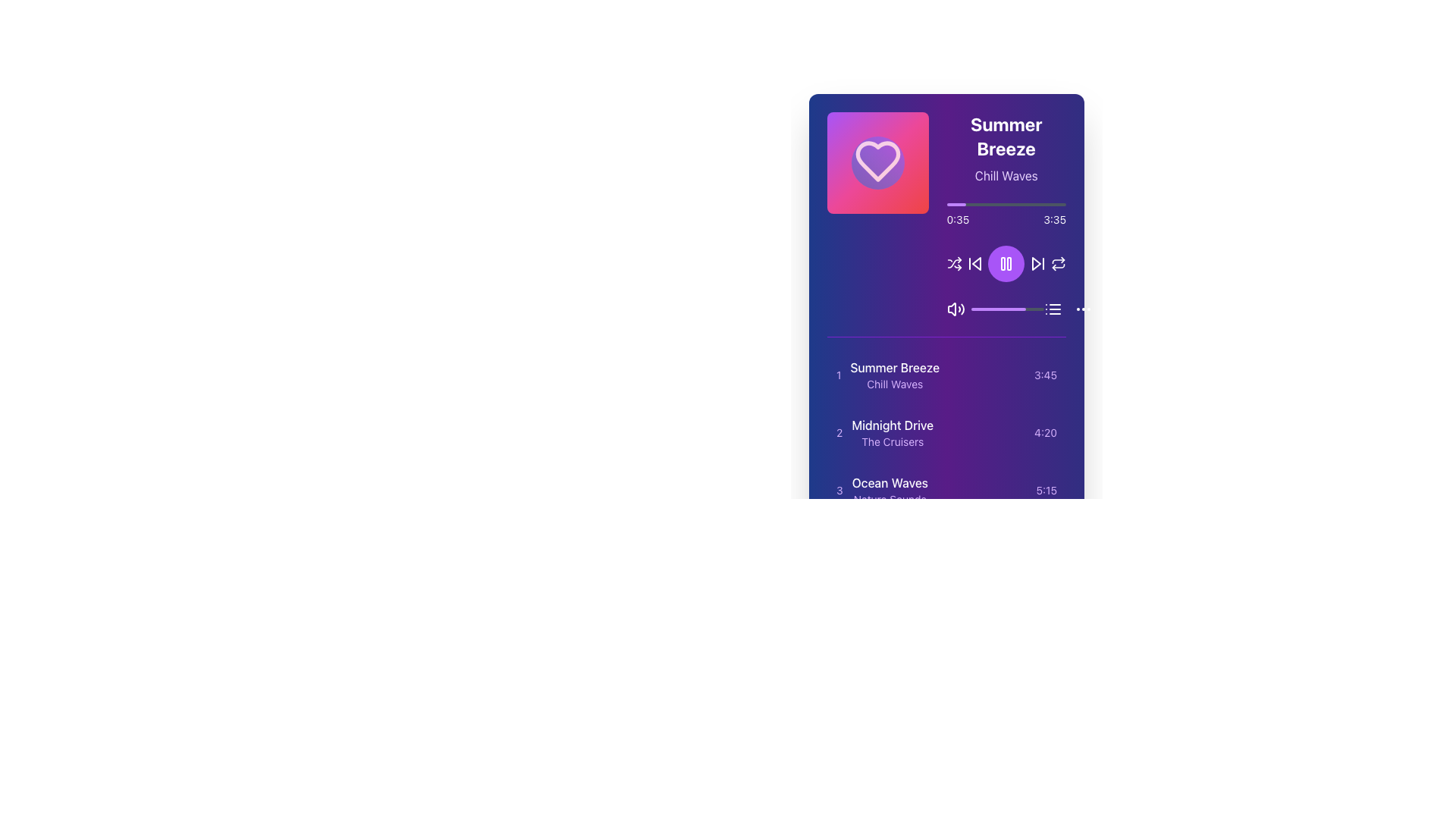  I want to click on the static text label that indicates the current progress time of the media being played, positioned to the left of the '3:35' sibling element, so click(957, 219).